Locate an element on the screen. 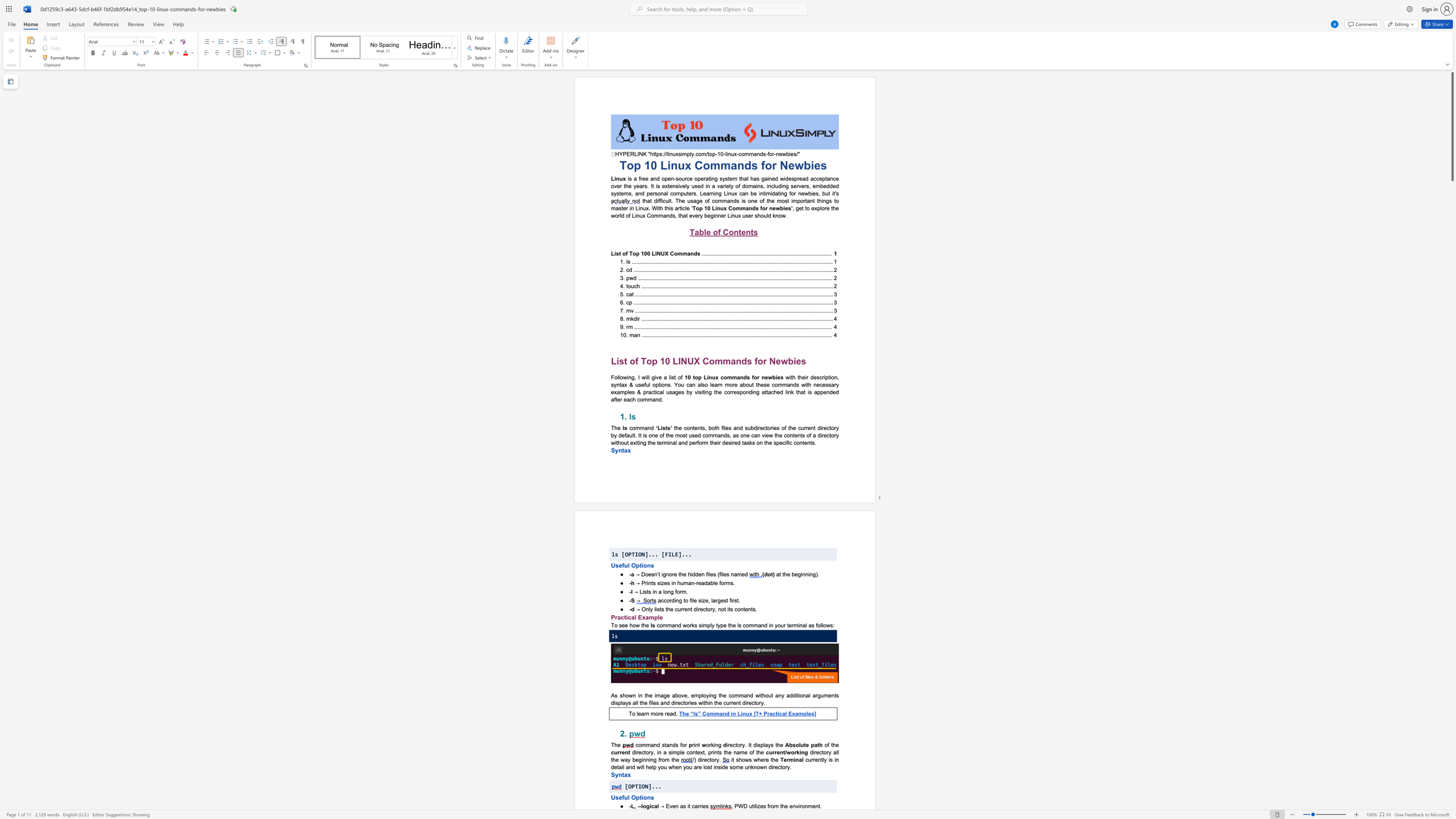 This screenshot has width=1456, height=819. the subset text "cal" within the text "The “ls” Command in Linux [7+ Practical Examples]" is located at coordinates (778, 714).